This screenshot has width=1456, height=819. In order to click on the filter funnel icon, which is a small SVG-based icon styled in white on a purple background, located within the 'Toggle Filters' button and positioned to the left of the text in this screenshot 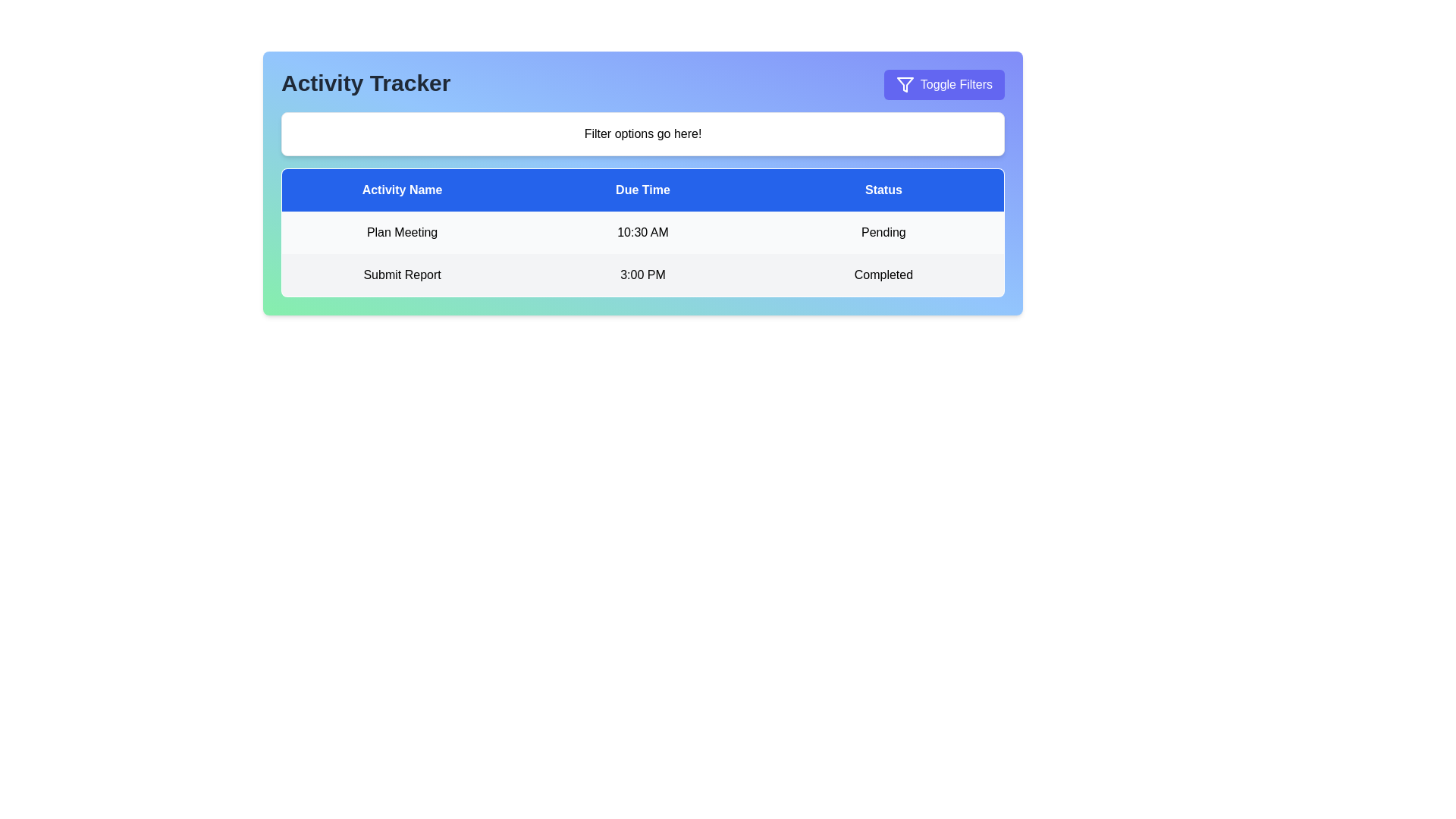, I will do `click(905, 84)`.